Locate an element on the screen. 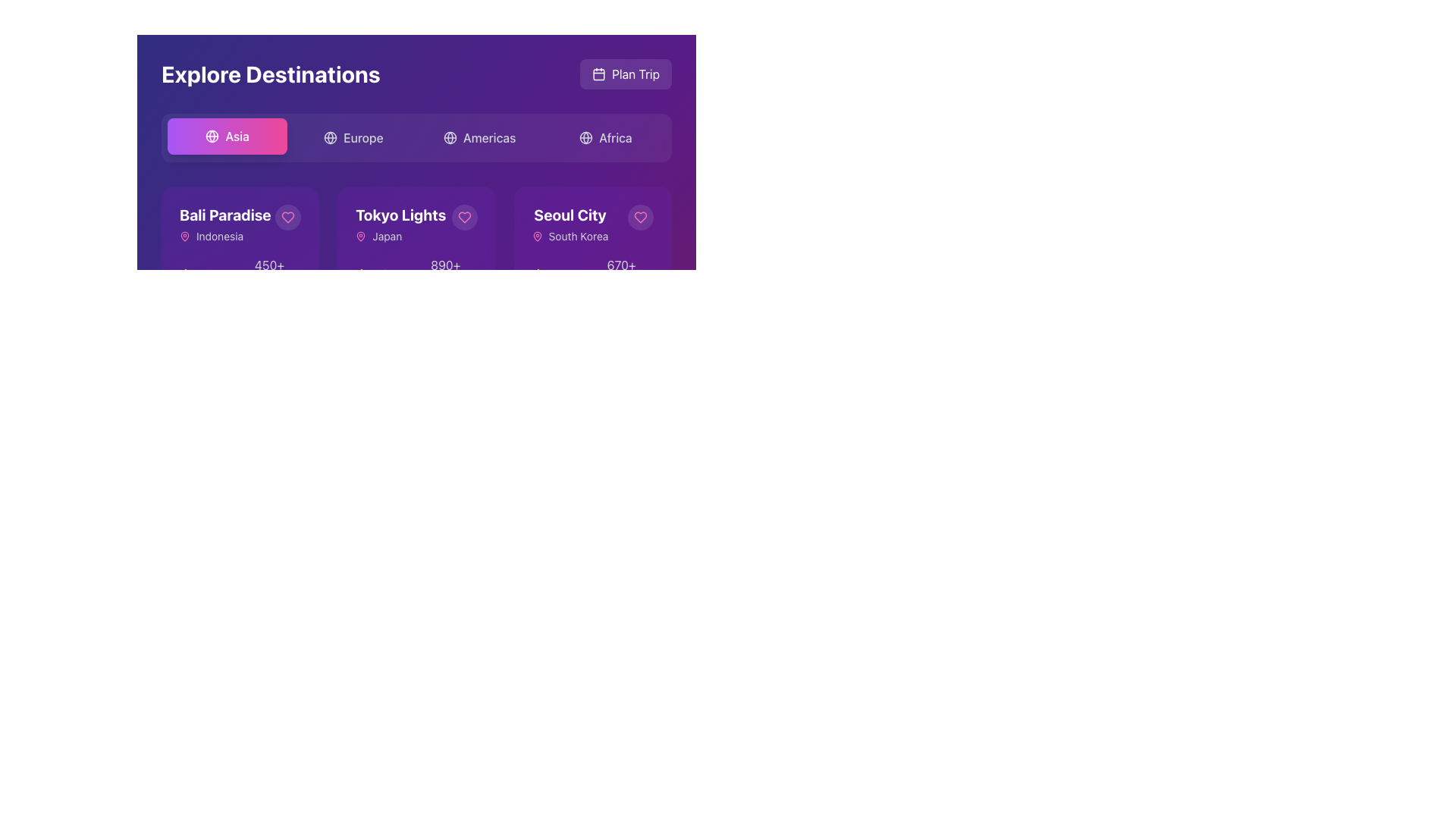 The height and width of the screenshot is (819, 1456). the text label displaying 'Bali Paradise' in bold, large, white font on a purple background, located in the upper section of a destination card is located at coordinates (224, 215).